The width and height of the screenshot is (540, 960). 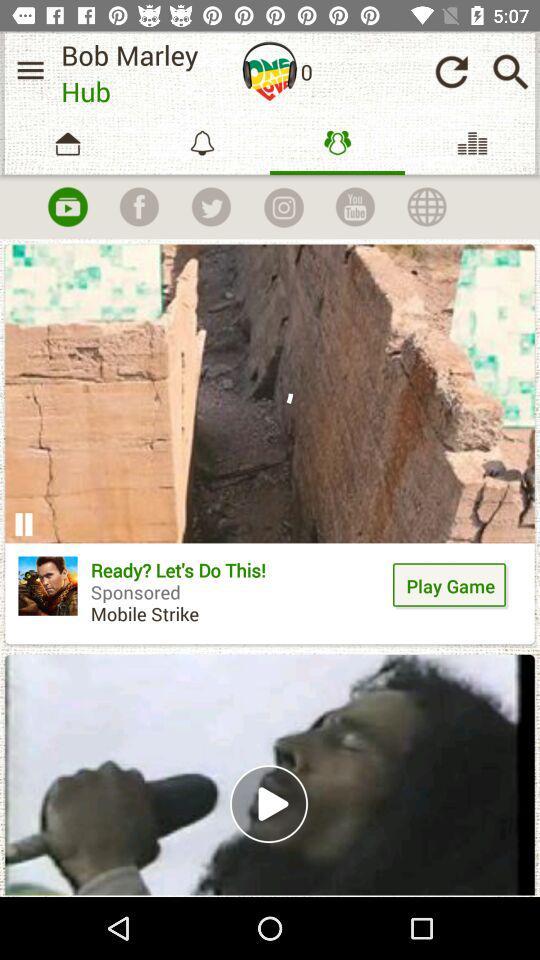 What do you see at coordinates (451, 71) in the screenshot?
I see `refresh` at bounding box center [451, 71].